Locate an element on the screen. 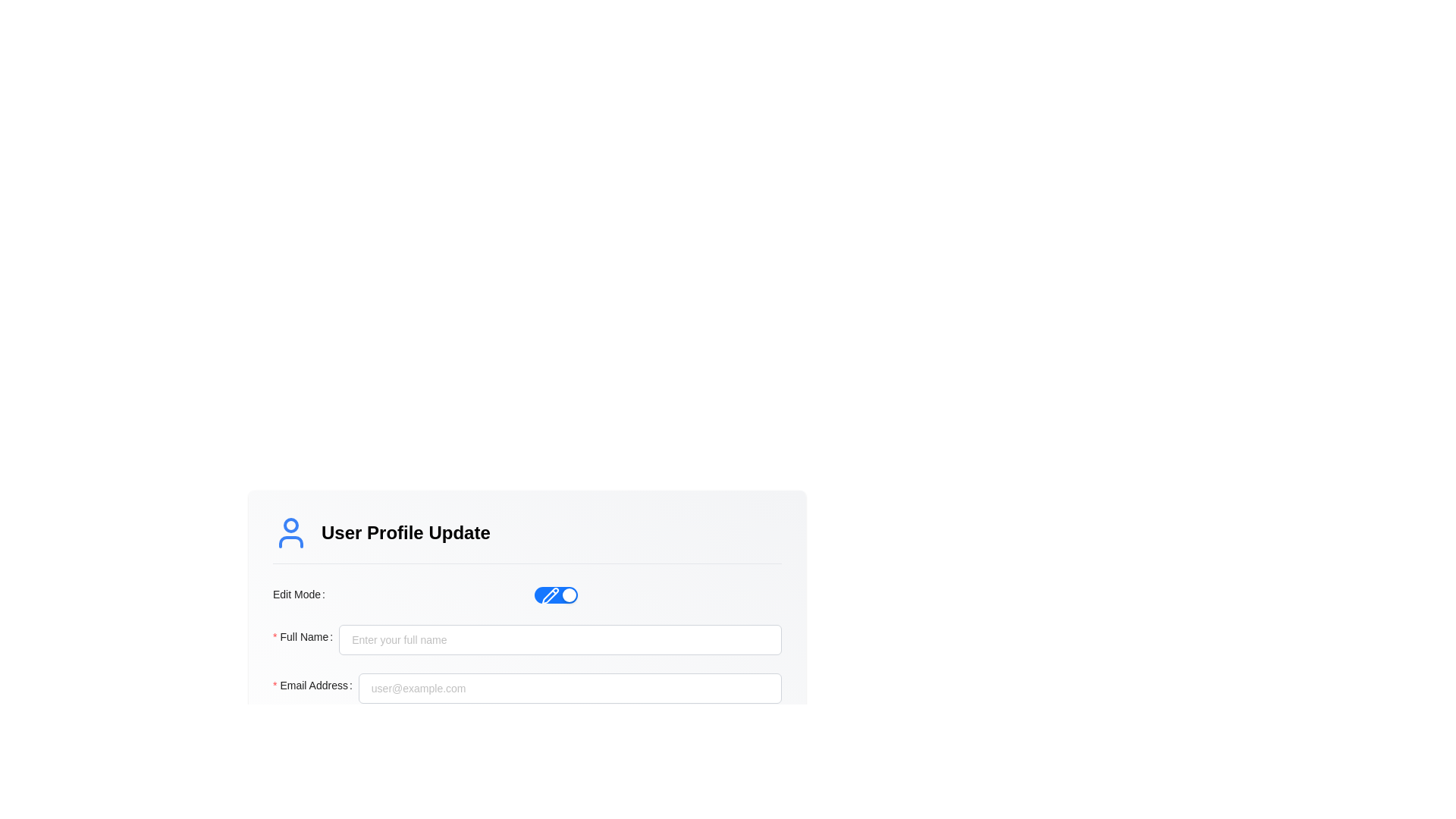 This screenshot has width=1456, height=819. text label indicating the purpose of the user profile update section, which is located next to a user figure icon at the top of the interface is located at coordinates (406, 532).